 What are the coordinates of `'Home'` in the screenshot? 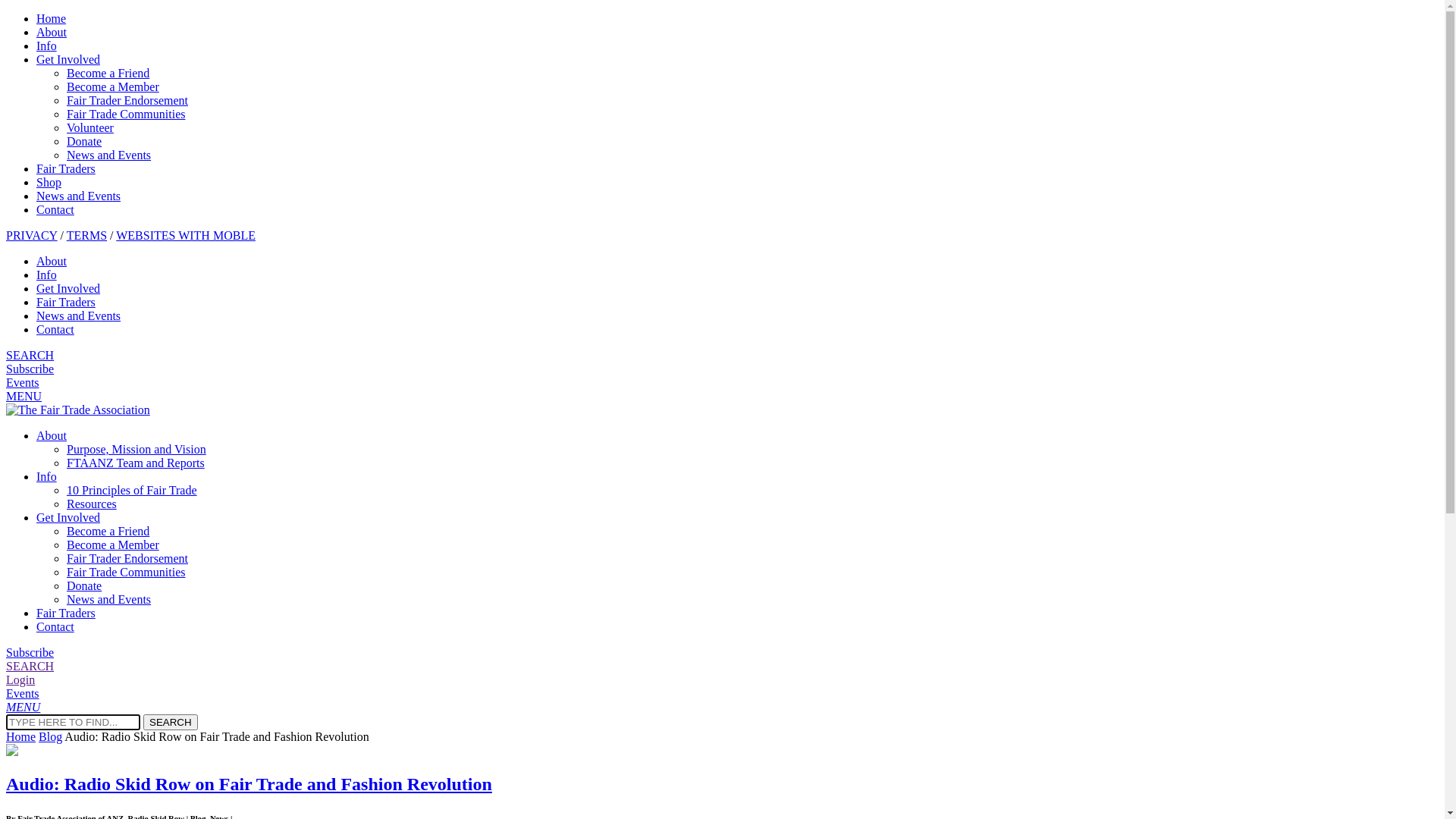 It's located at (51, 18).